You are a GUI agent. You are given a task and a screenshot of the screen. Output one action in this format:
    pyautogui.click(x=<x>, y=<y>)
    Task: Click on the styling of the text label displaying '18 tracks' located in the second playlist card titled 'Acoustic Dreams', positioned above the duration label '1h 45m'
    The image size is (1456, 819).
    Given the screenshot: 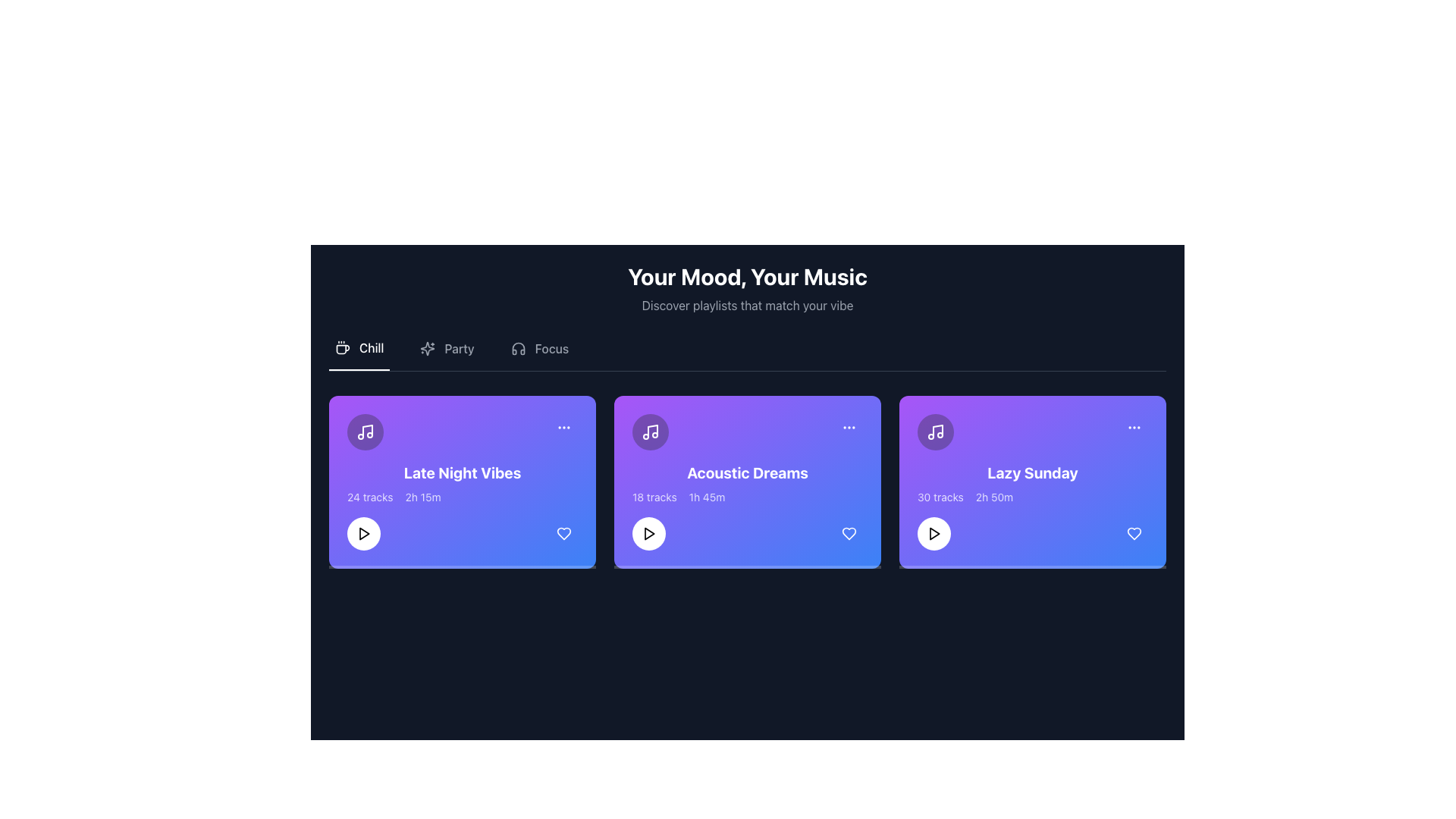 What is the action you would take?
    pyautogui.click(x=654, y=497)
    